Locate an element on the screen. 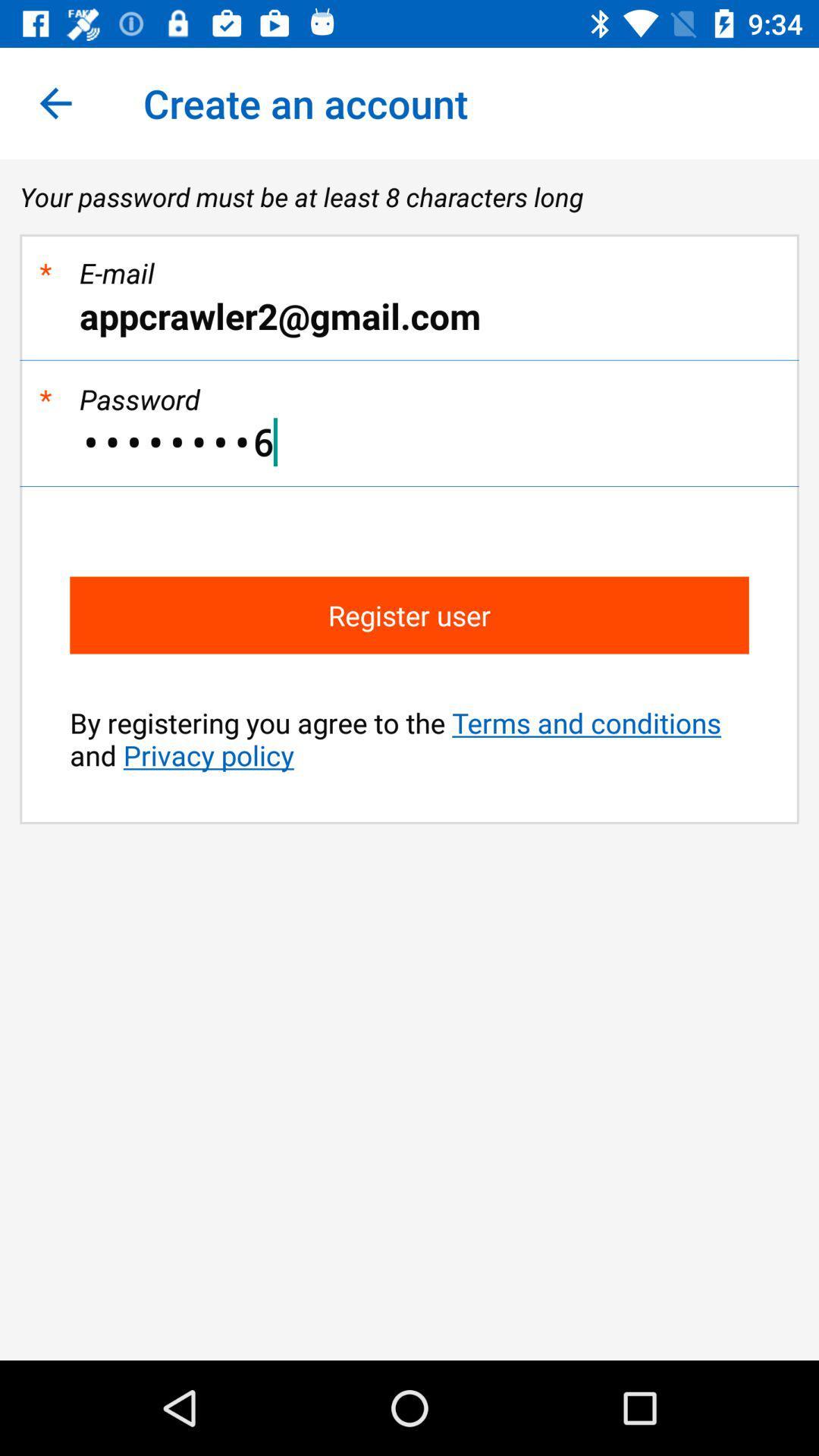 This screenshot has width=819, height=1456. the item below the * is located at coordinates (409, 315).